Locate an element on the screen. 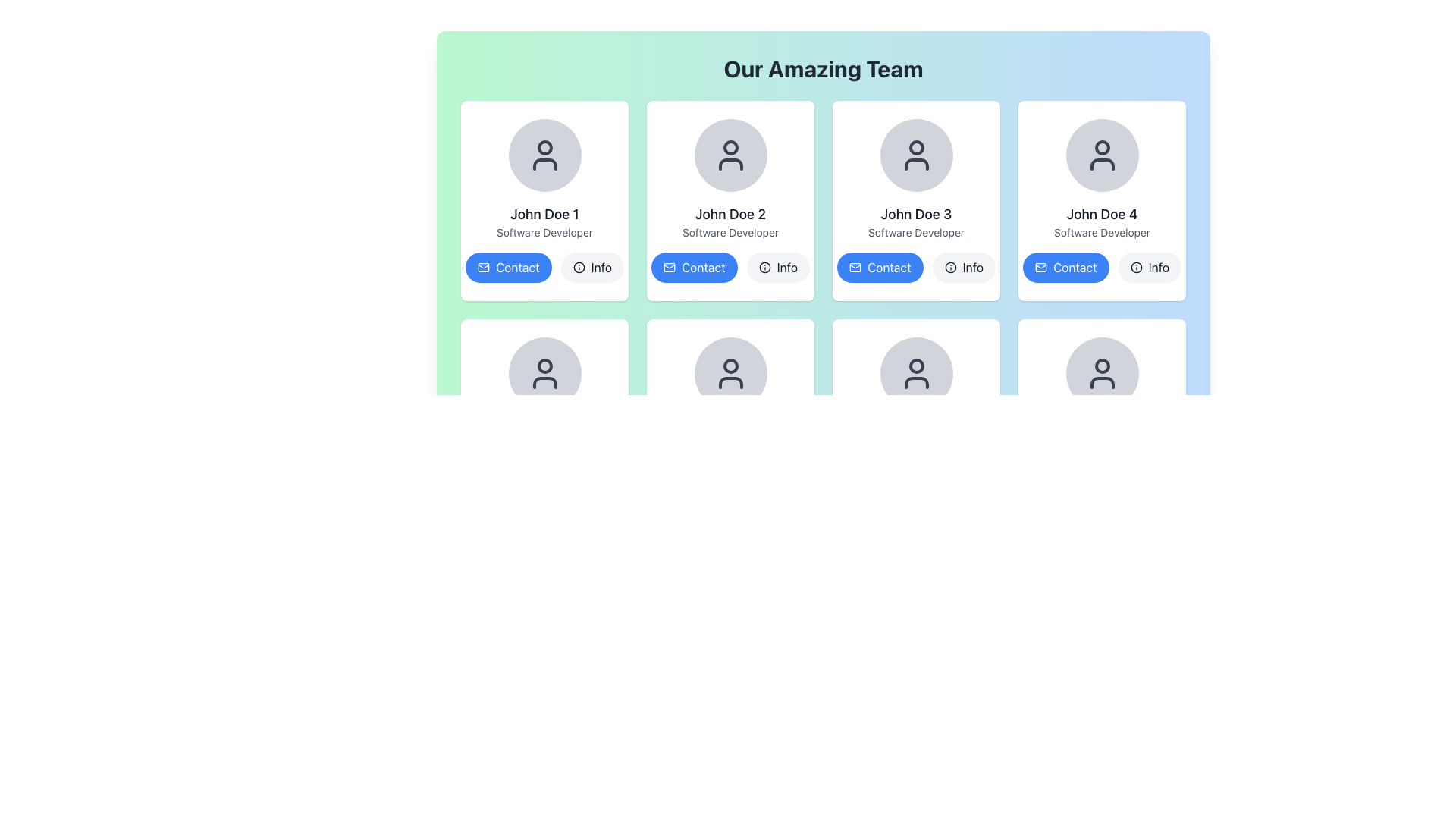 Image resolution: width=1456 pixels, height=819 pixels. the user avatar icon located in the third column of the second row within the grid of user profiles is located at coordinates (730, 374).